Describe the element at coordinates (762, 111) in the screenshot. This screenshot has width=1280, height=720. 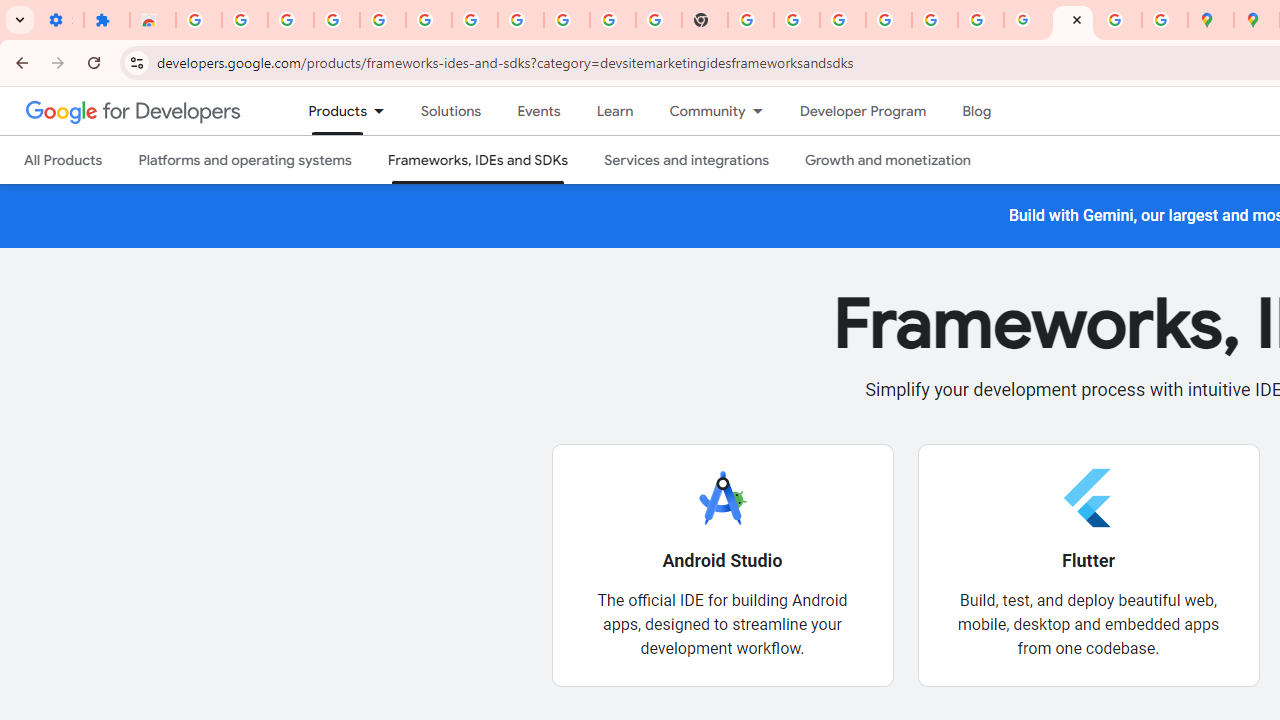
I see `'Dropdown menu for Community'` at that location.